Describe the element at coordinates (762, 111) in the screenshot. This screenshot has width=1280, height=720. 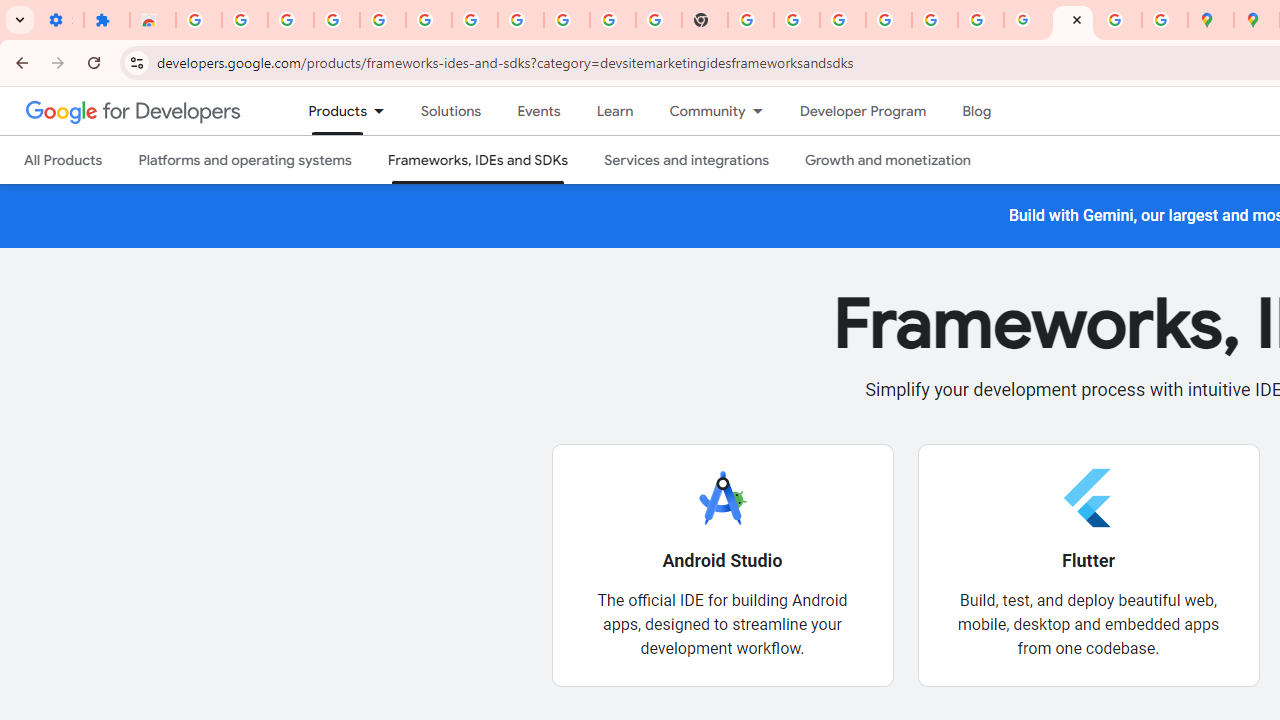
I see `'Dropdown menu for Community'` at that location.